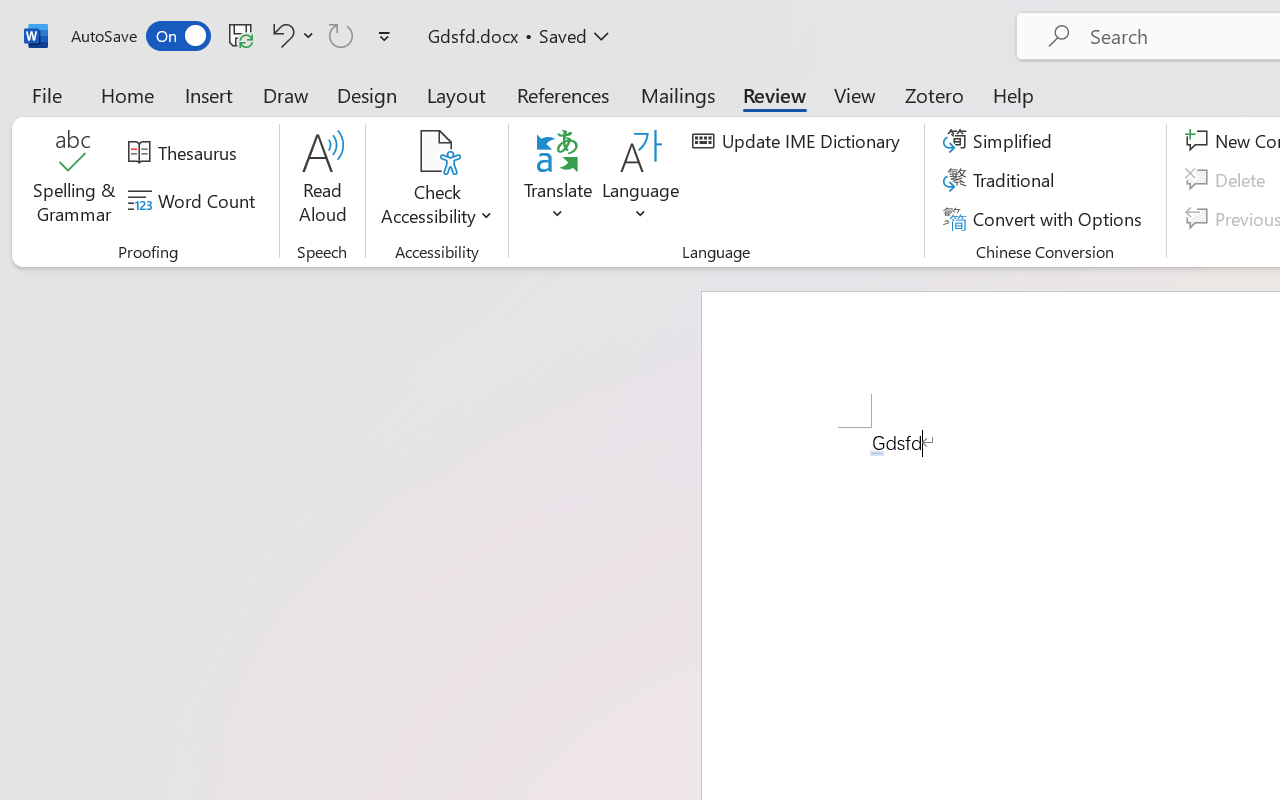 Image resolution: width=1280 pixels, height=800 pixels. What do you see at coordinates (798, 141) in the screenshot?
I see `'Update IME Dictionary...'` at bounding box center [798, 141].